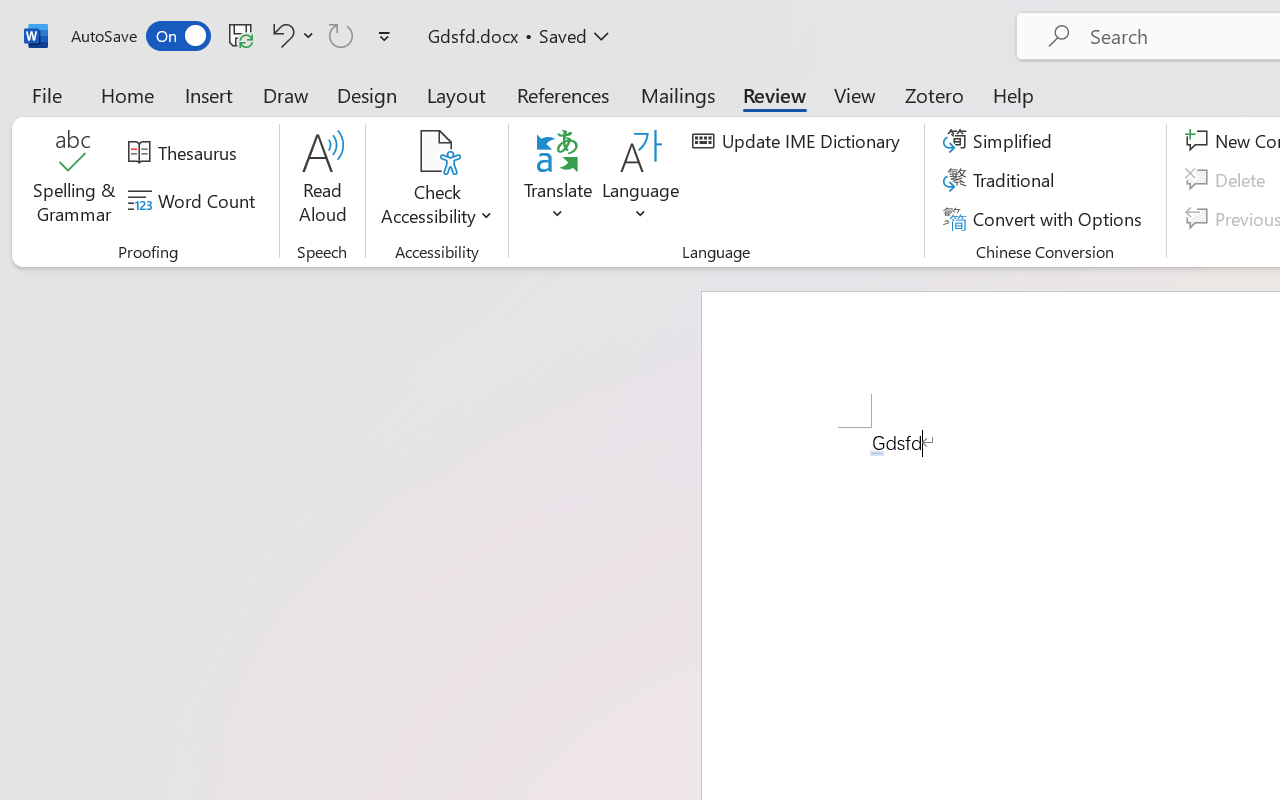 Image resolution: width=1280 pixels, height=800 pixels. What do you see at coordinates (798, 141) in the screenshot?
I see `'Update IME Dictionary...'` at bounding box center [798, 141].